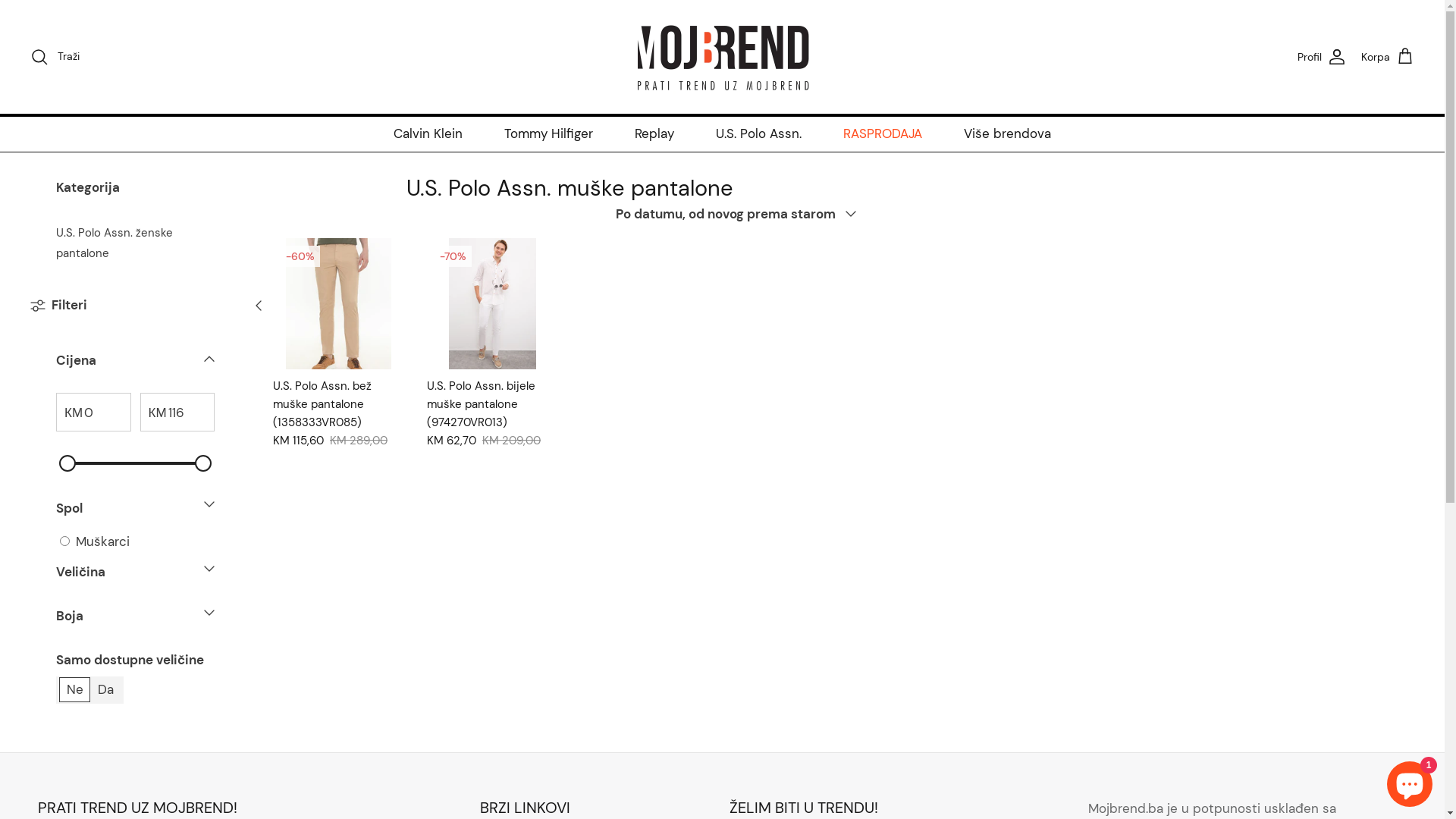 The width and height of the screenshot is (1456, 819). Describe the element at coordinates (1320, 56) in the screenshot. I see `'Profil'` at that location.